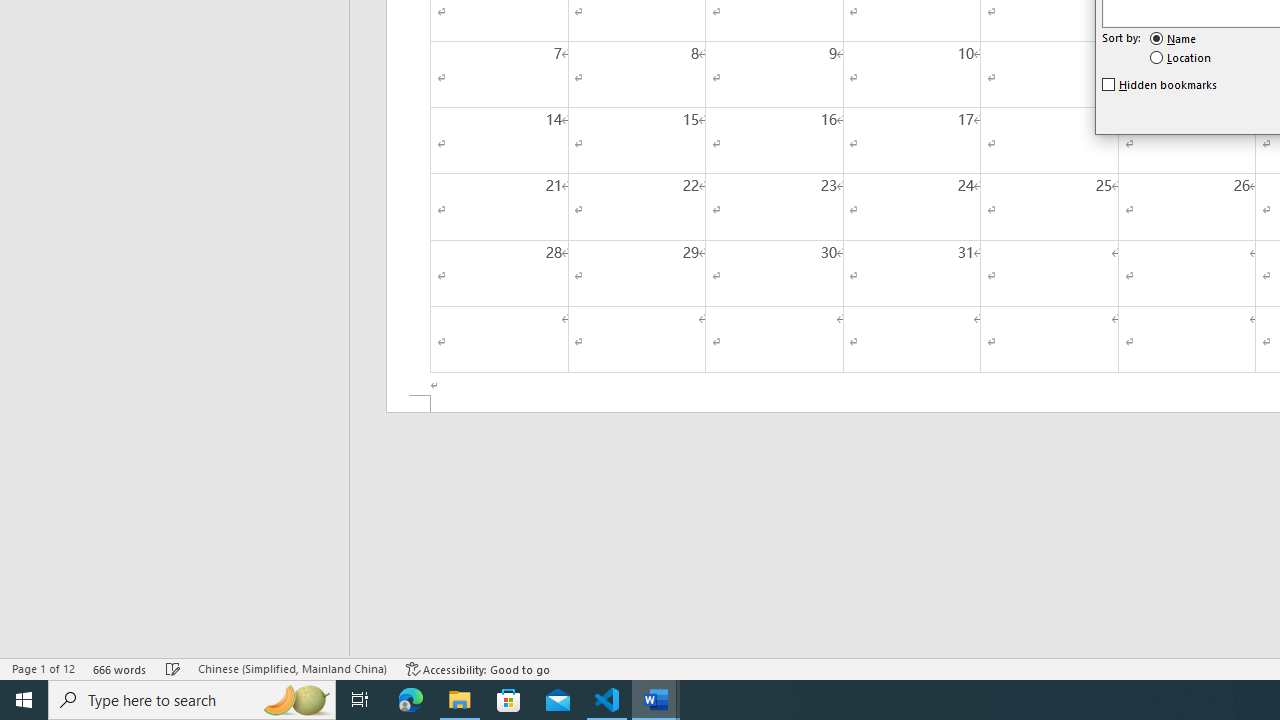  Describe the element at coordinates (606, 698) in the screenshot. I see `'Visual Studio Code - 1 running window'` at that location.